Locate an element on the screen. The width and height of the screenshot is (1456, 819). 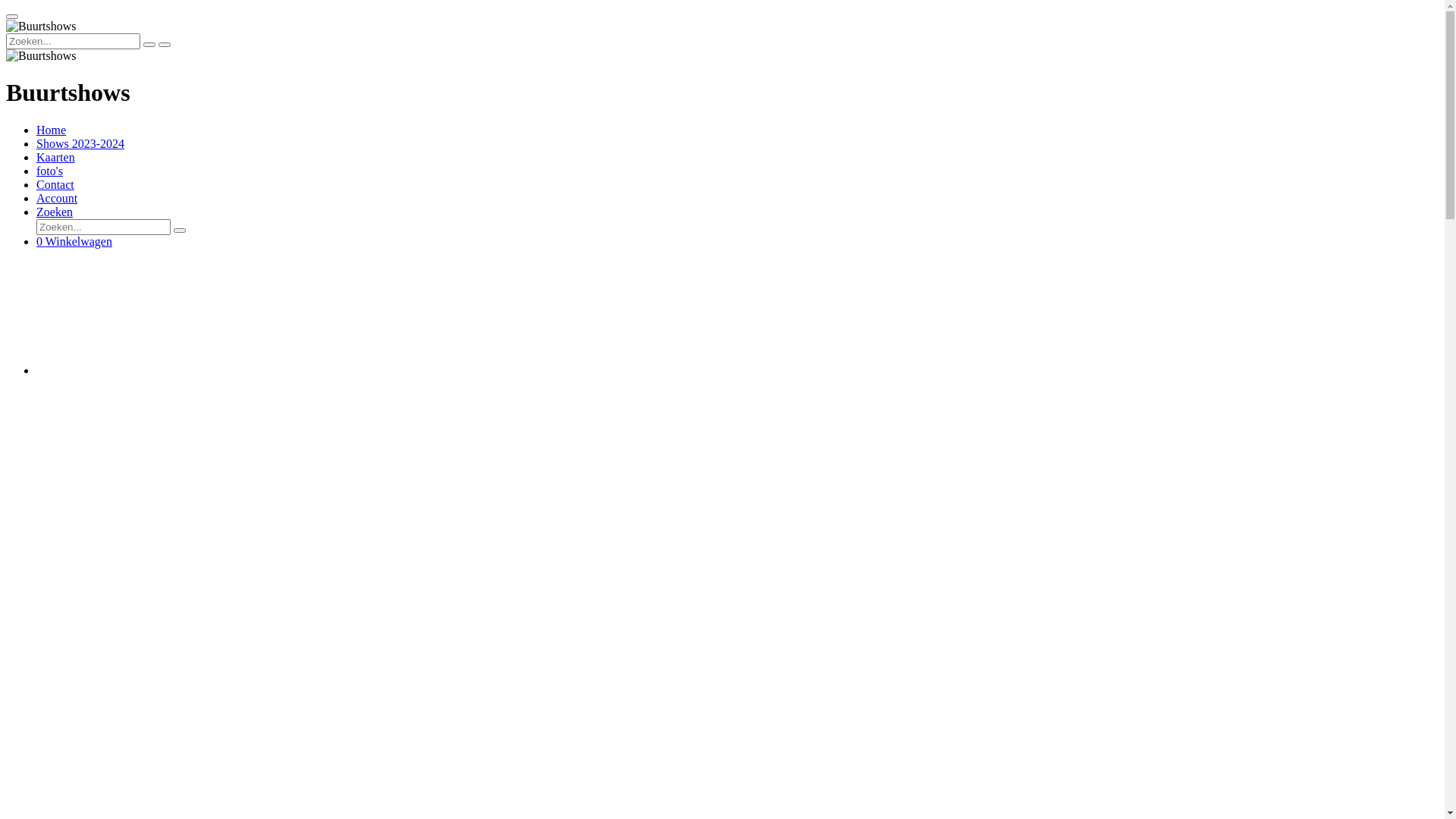
'Home' is located at coordinates (51, 129).